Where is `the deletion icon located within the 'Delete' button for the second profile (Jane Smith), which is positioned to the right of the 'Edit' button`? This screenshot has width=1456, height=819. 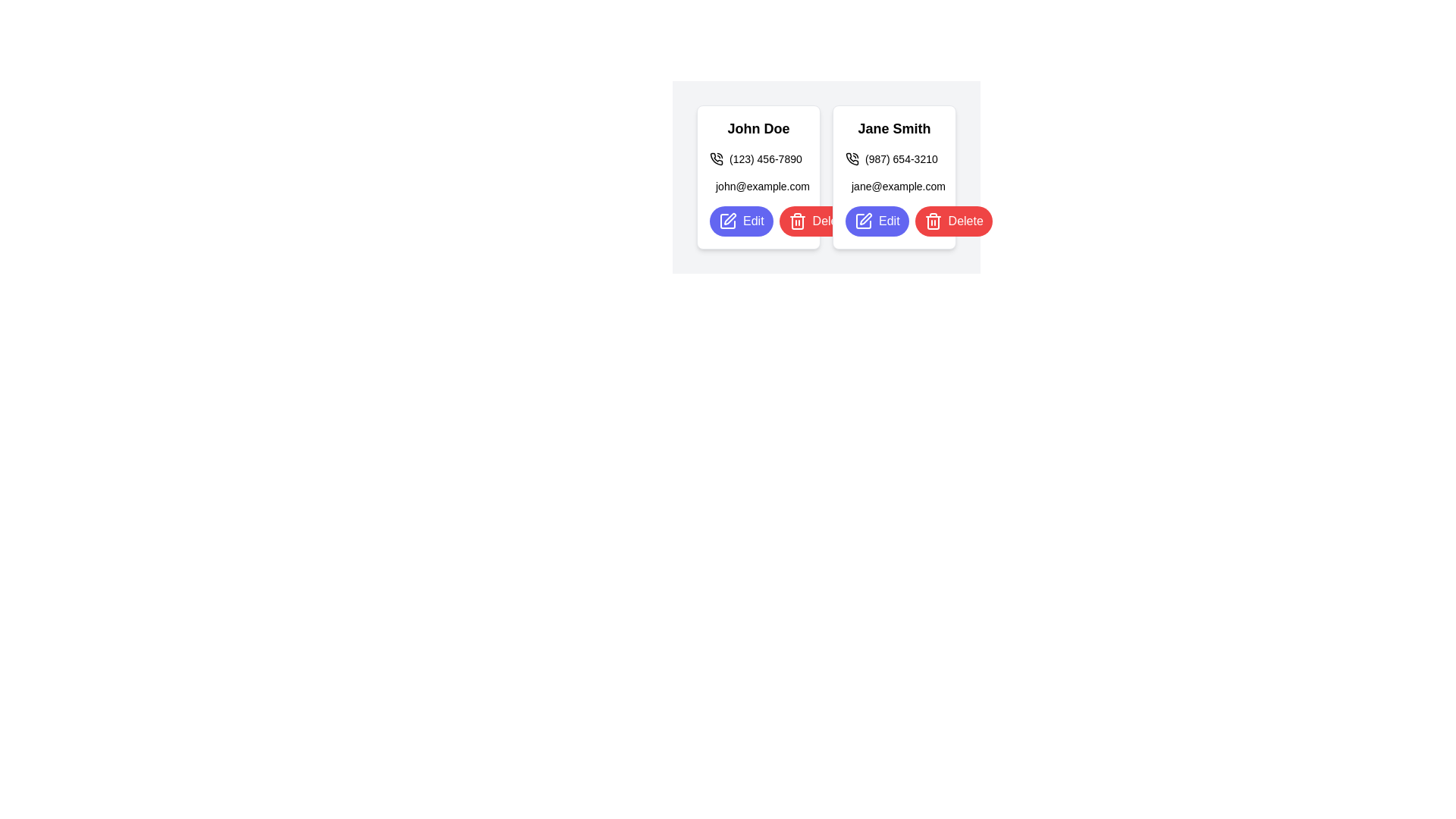
the deletion icon located within the 'Delete' button for the second profile (Jane Smith), which is positioned to the right of the 'Edit' button is located at coordinates (796, 222).